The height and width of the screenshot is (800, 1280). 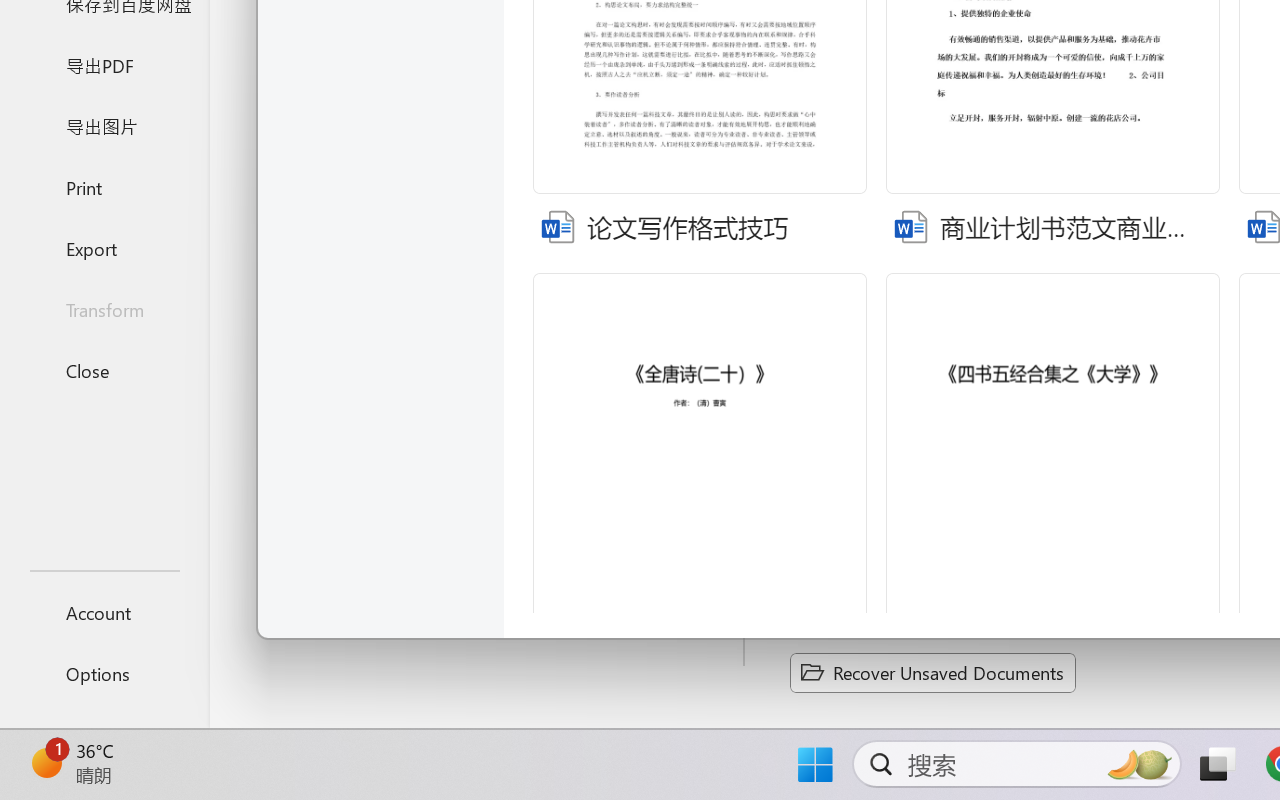 What do you see at coordinates (103, 612) in the screenshot?
I see `'Account'` at bounding box center [103, 612].